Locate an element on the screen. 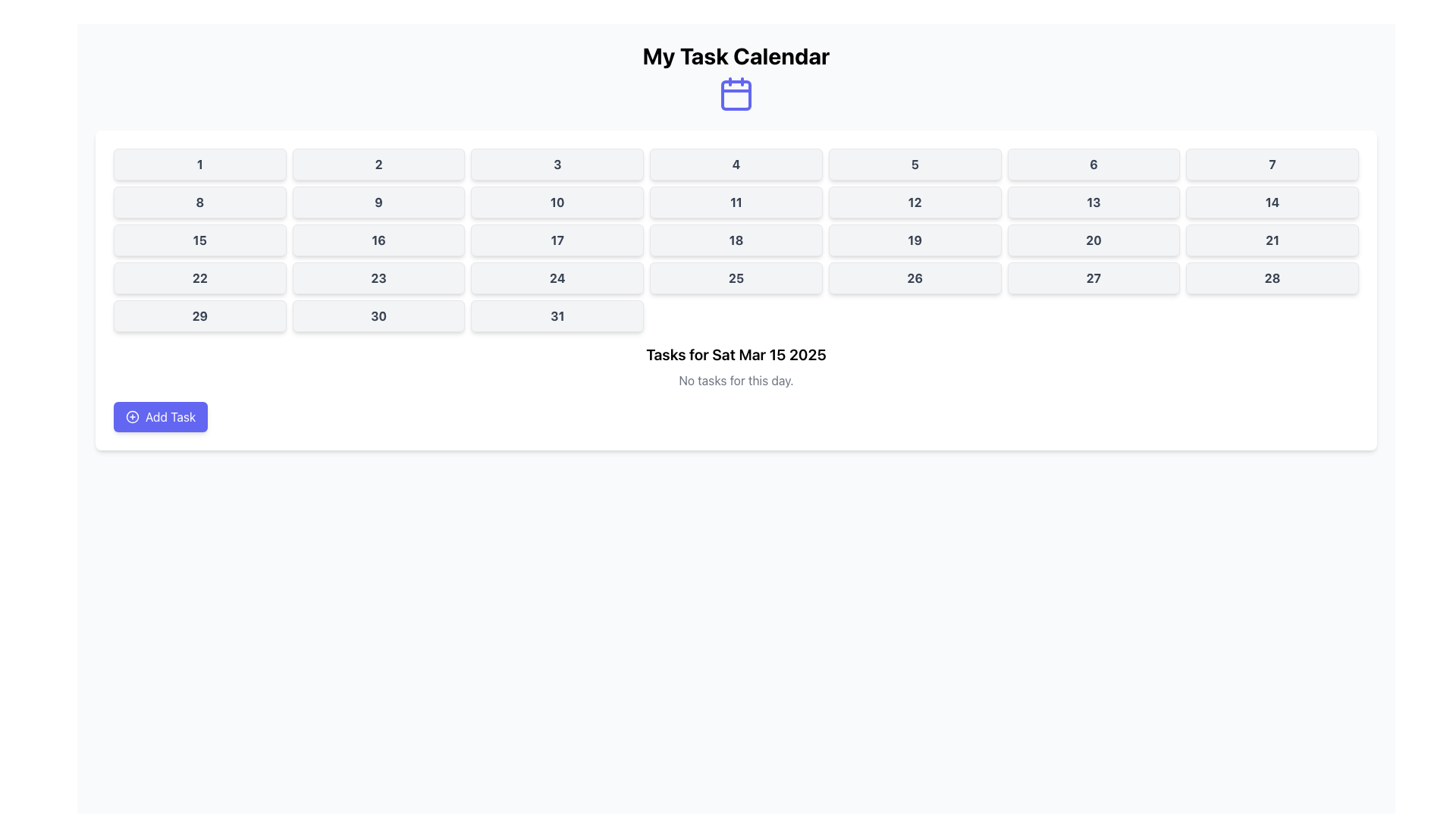 The width and height of the screenshot is (1456, 819). the rectangular button labeled '10' with rounded corners and a light gray background is located at coordinates (556, 201).